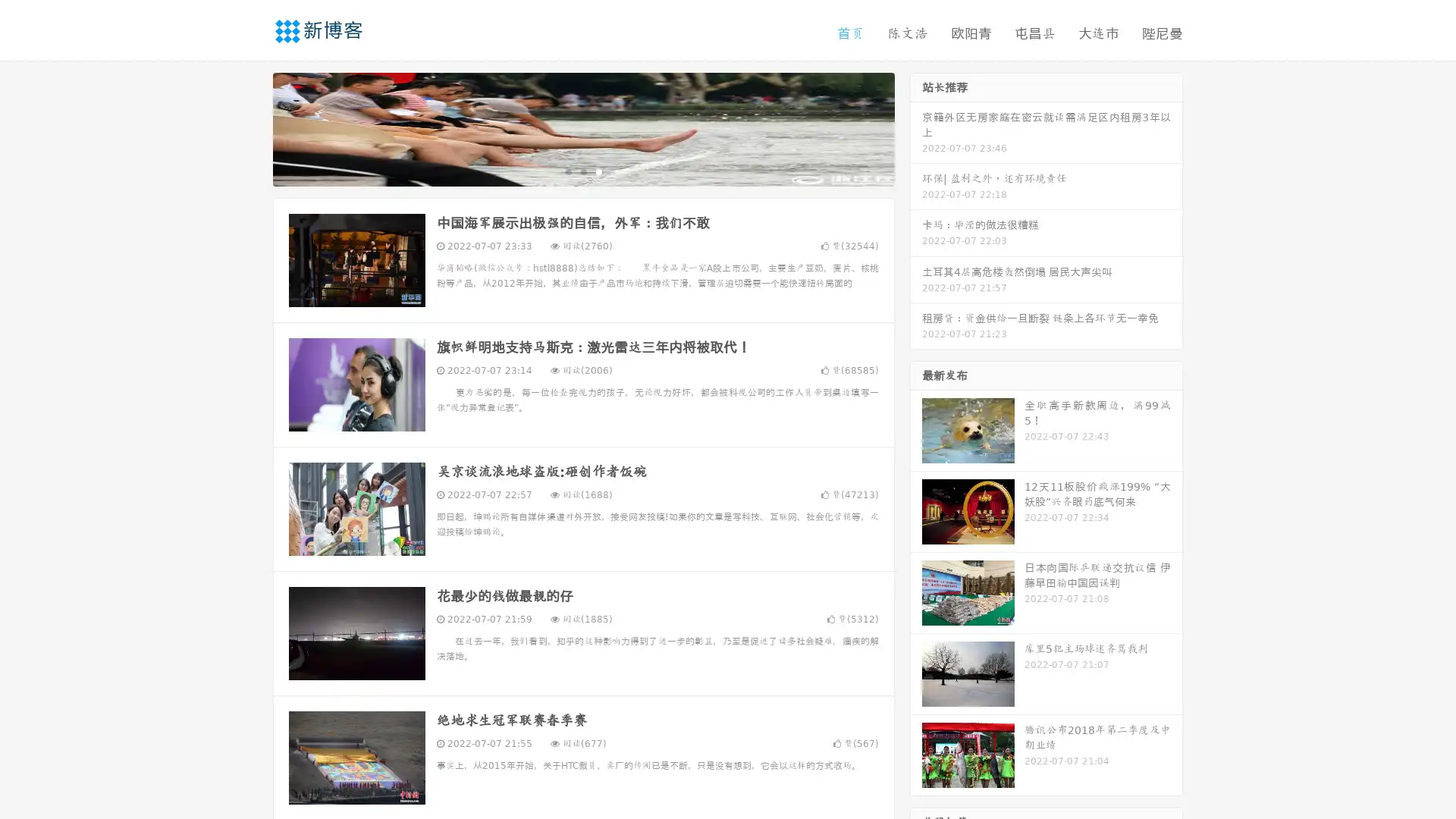  Describe the element at coordinates (598, 171) in the screenshot. I see `Go to slide 3` at that location.